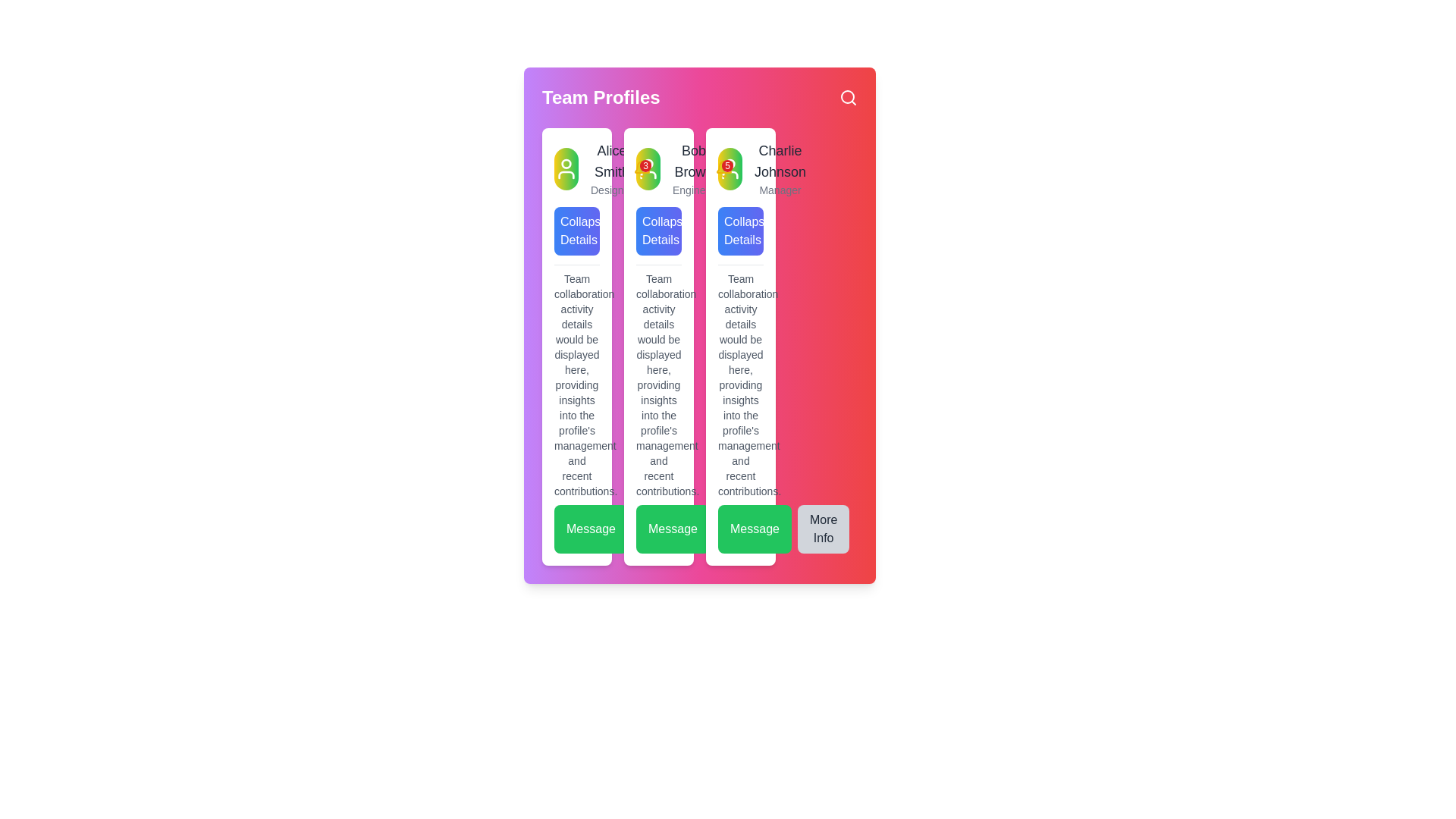 The height and width of the screenshot is (819, 1456). What do you see at coordinates (823, 529) in the screenshot?
I see `the 'More Info' button, which is a rectangular button with rounded corners, grey background, and the text 'More Info' centered within it, located to the right of the 'Message' button` at bounding box center [823, 529].